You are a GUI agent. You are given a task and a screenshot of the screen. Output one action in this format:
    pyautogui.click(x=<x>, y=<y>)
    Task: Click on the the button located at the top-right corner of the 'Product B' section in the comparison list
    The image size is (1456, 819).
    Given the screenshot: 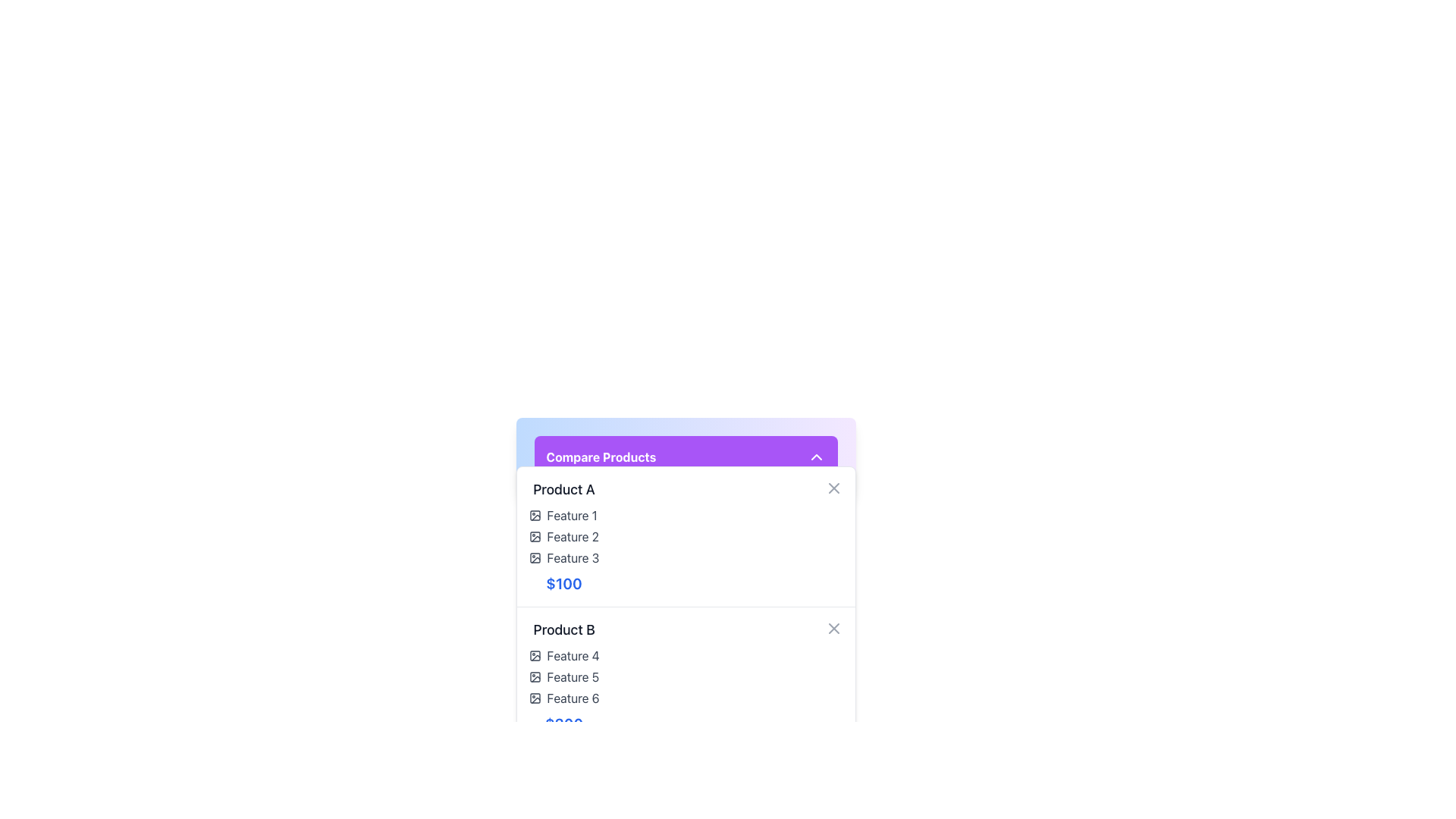 What is the action you would take?
    pyautogui.click(x=833, y=629)
    